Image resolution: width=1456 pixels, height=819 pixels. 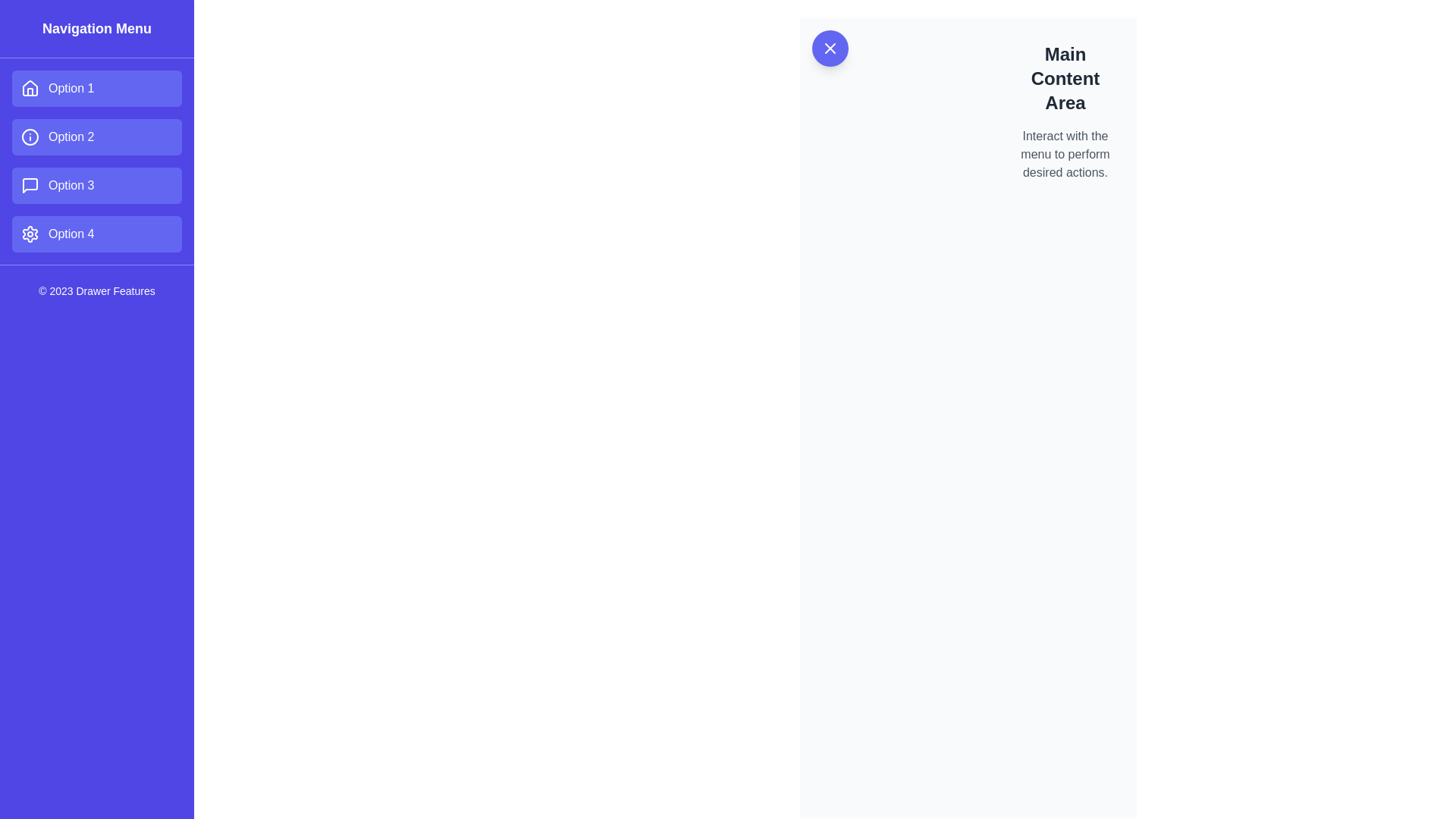 What do you see at coordinates (30, 234) in the screenshot?
I see `the gear icon located in the vertical navigation menu entry labeled 'Option 4'` at bounding box center [30, 234].